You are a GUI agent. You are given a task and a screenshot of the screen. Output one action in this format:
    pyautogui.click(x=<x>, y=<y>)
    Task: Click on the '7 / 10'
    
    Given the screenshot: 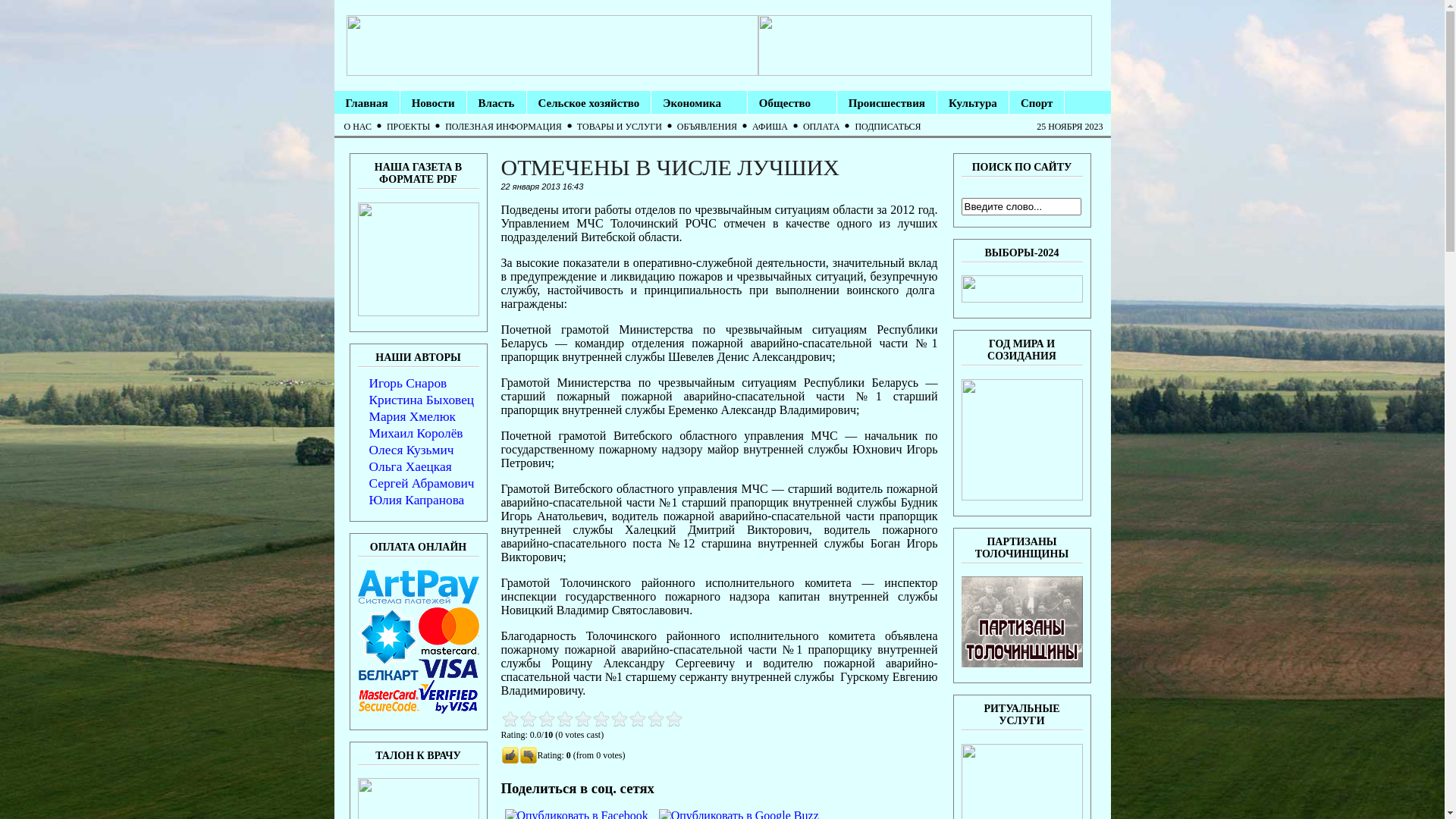 What is the action you would take?
    pyautogui.click(x=563, y=718)
    